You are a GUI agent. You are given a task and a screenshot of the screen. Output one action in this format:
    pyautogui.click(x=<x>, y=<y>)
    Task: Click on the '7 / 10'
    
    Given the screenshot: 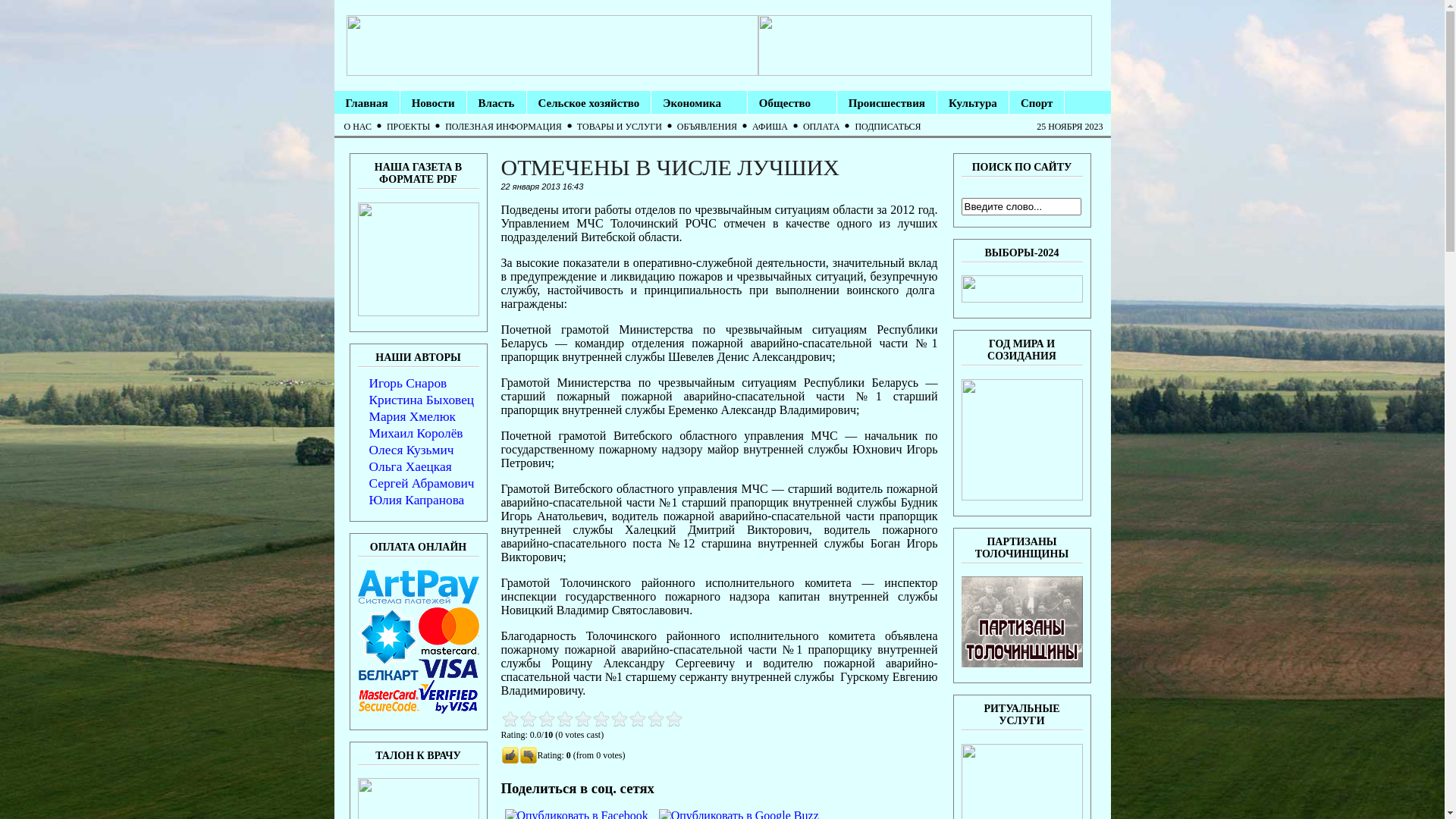 What is the action you would take?
    pyautogui.click(x=563, y=718)
    